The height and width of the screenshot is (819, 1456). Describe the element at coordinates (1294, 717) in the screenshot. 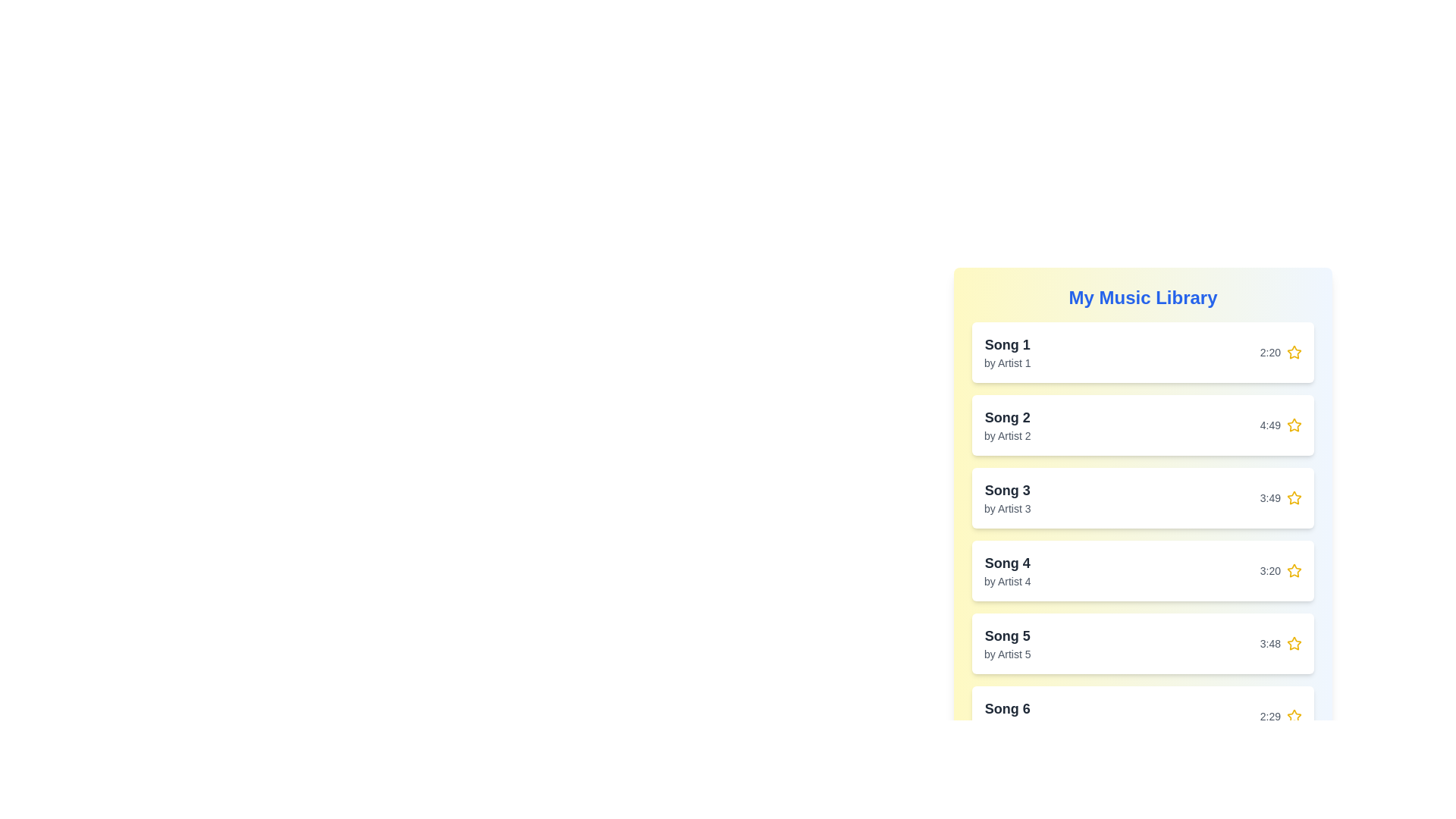

I see `the star icon, which represents a favorite marker and is located adjacent to the time text '2:29'` at that location.